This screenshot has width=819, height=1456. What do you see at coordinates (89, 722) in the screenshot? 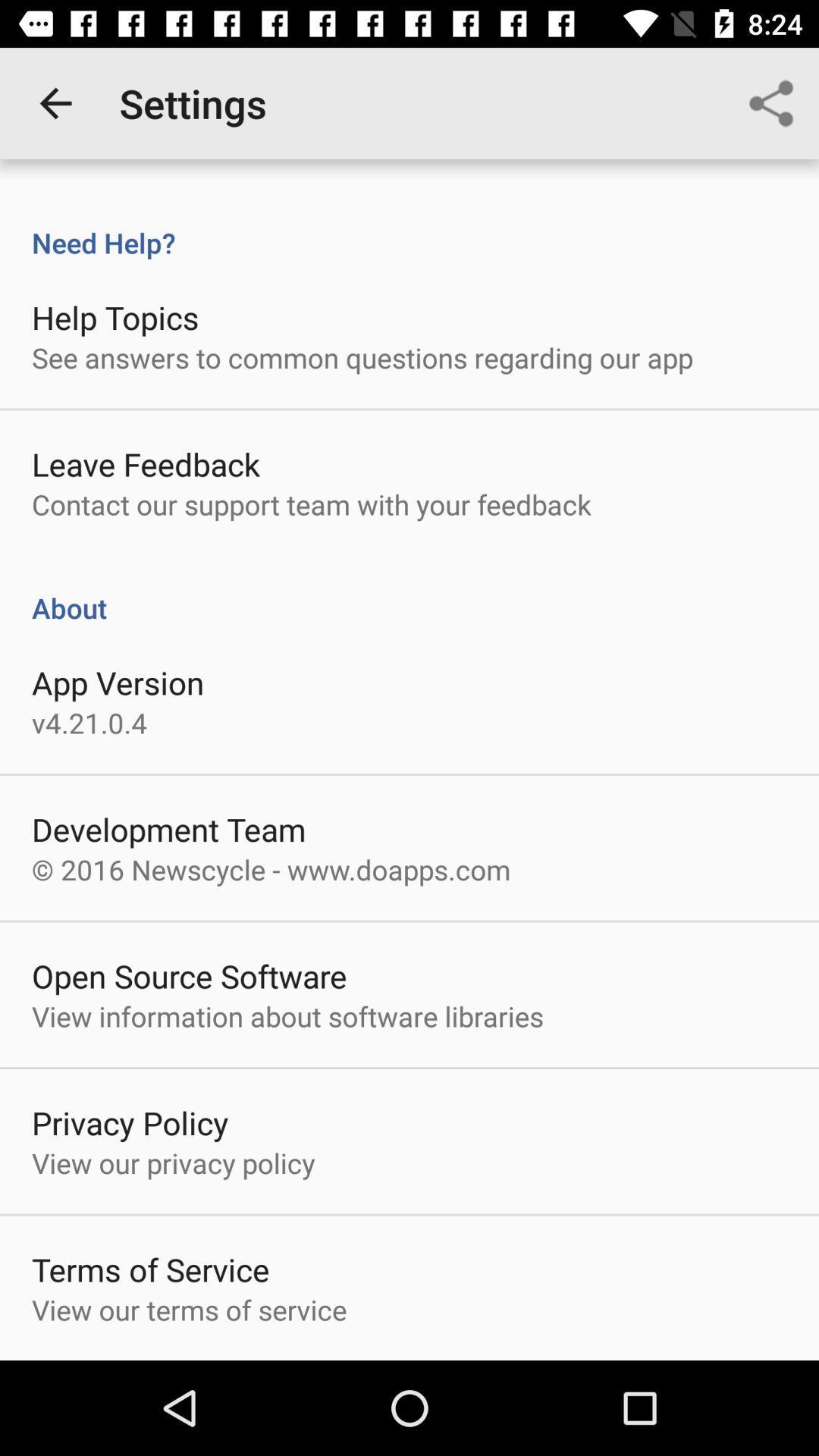
I see `the icon above development team item` at bounding box center [89, 722].